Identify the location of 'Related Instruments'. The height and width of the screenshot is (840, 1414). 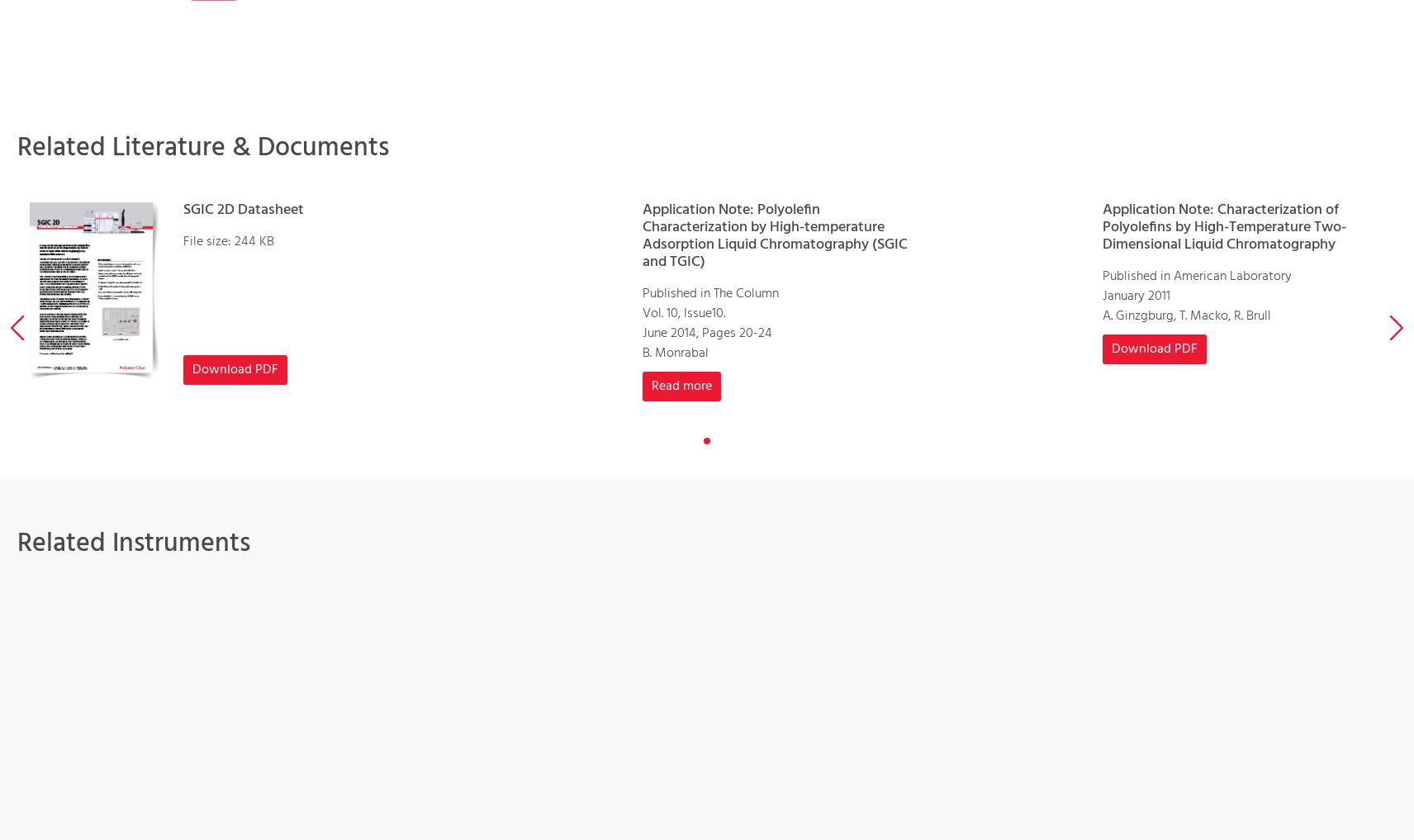
(132, 543).